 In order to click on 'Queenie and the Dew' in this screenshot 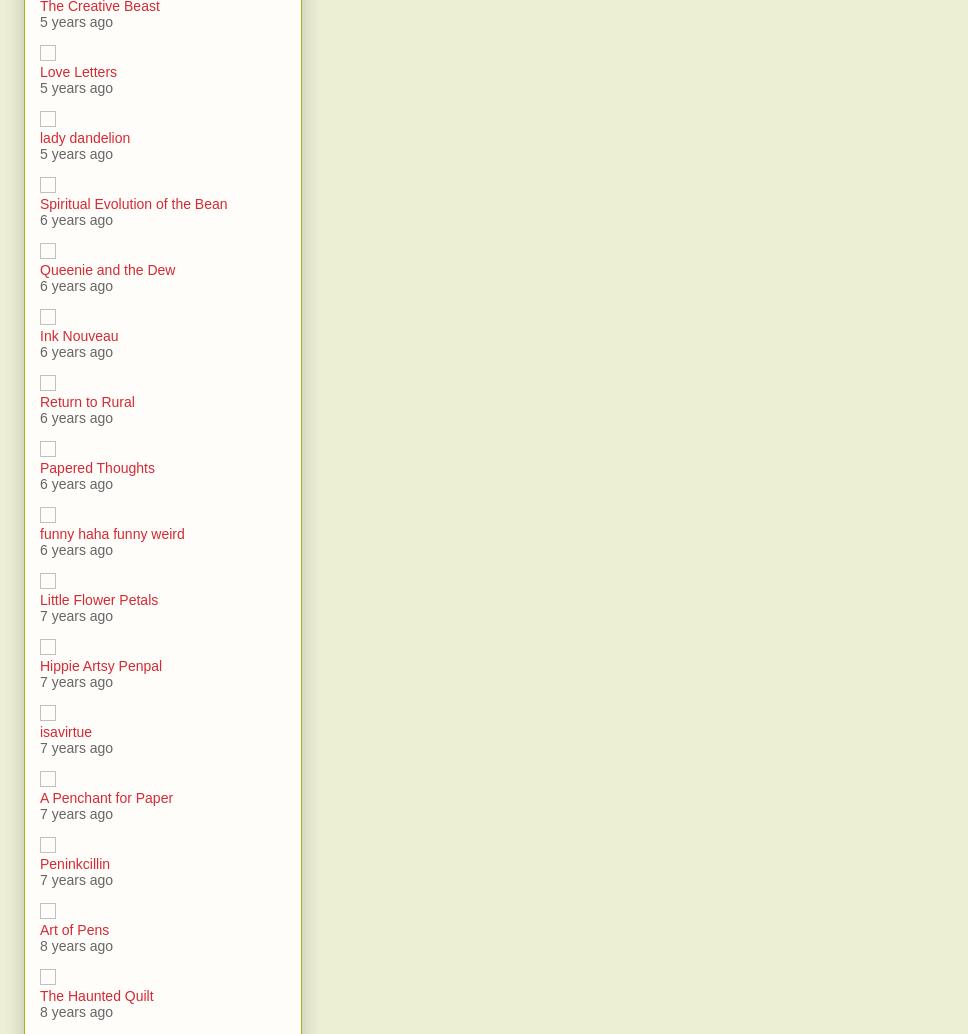, I will do `click(39, 268)`.